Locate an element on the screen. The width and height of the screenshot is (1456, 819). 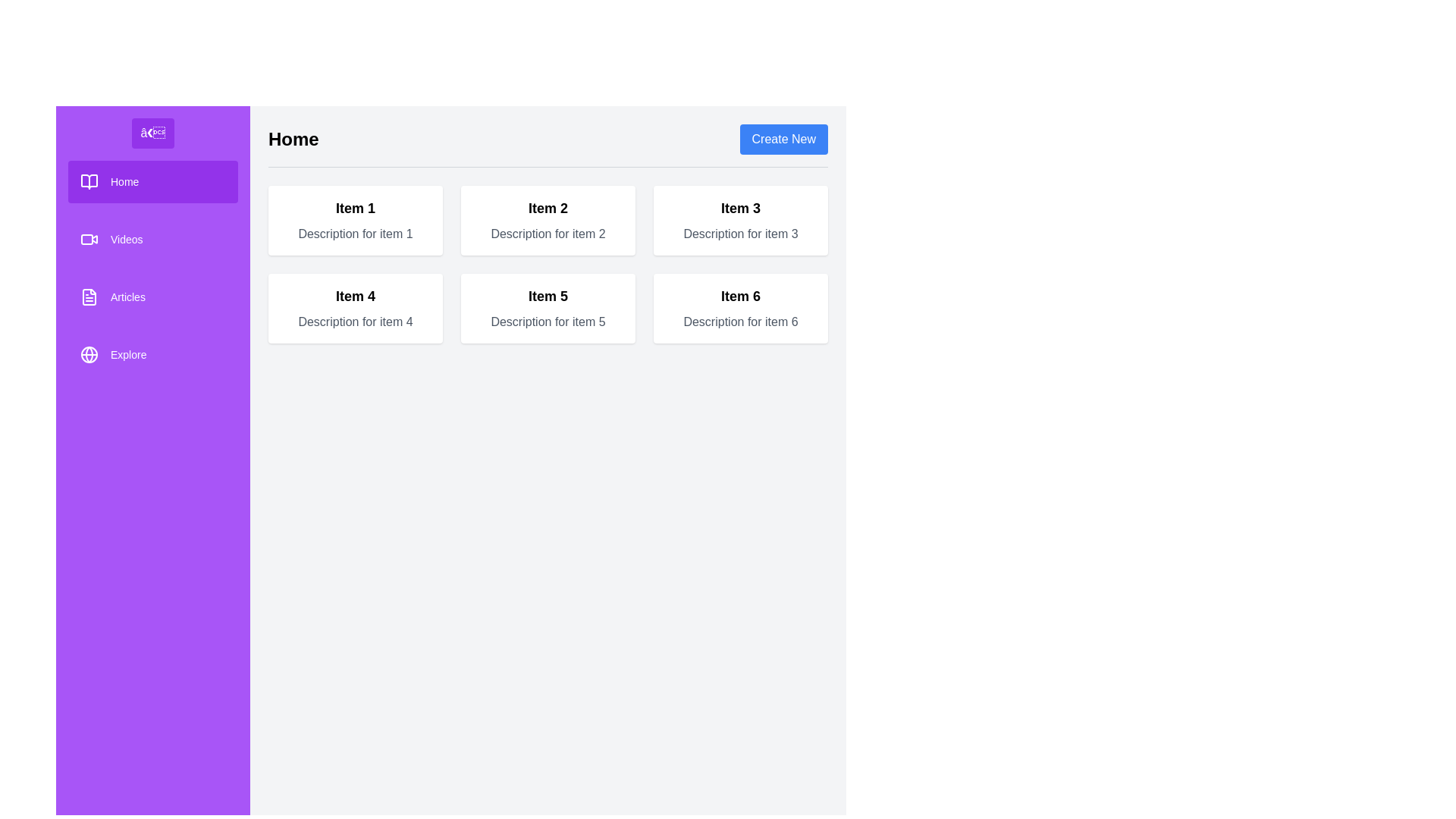
the 'Videos' option in the vertical navigation menu is located at coordinates (152, 268).